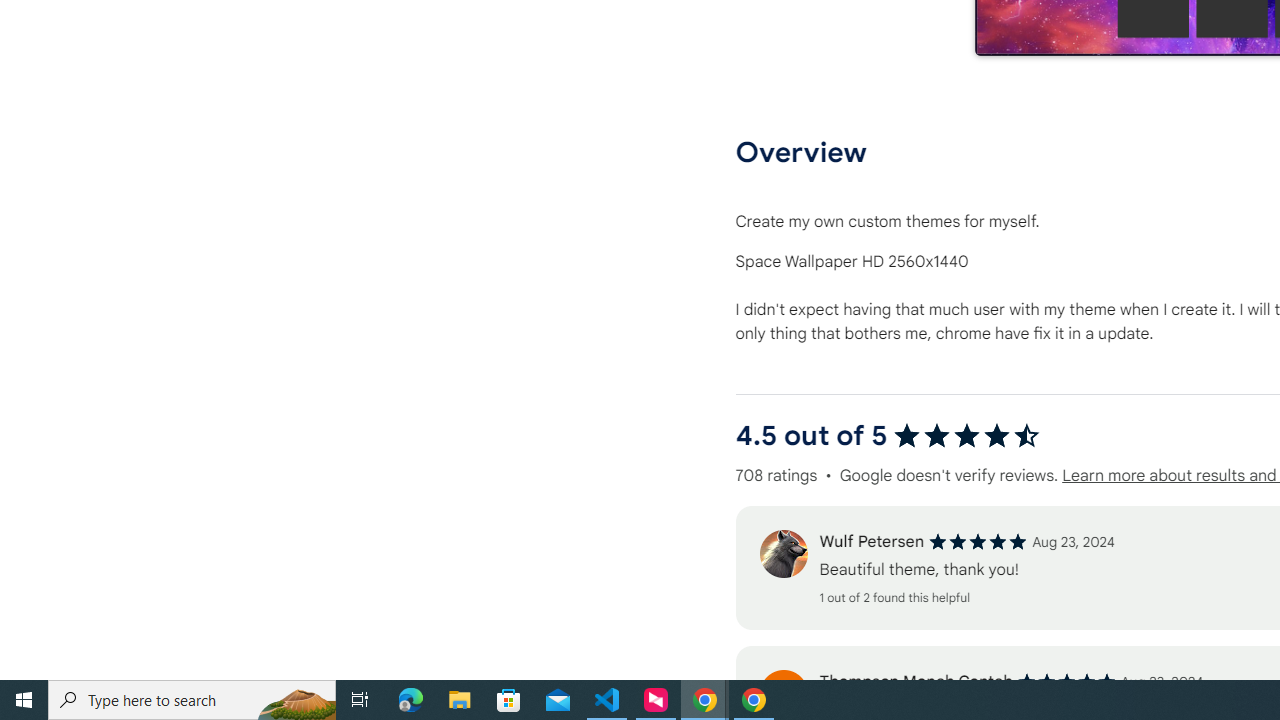 Image resolution: width=1280 pixels, height=720 pixels. Describe the element at coordinates (966, 435) in the screenshot. I see `'4.5 out of 5 stars'` at that location.